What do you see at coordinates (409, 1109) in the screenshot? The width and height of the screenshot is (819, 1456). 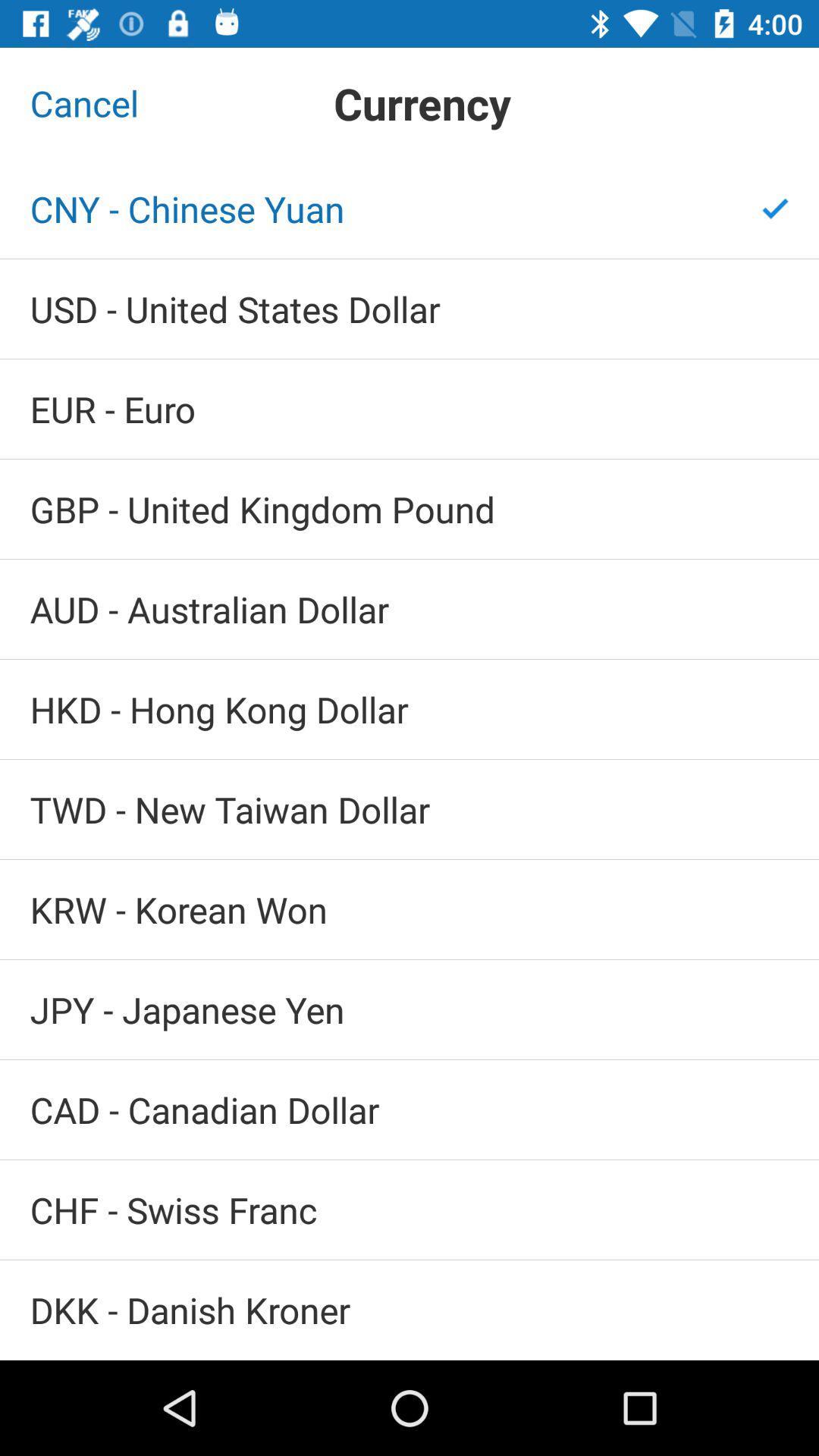 I see `the item below the jpy - japanese yen` at bounding box center [409, 1109].